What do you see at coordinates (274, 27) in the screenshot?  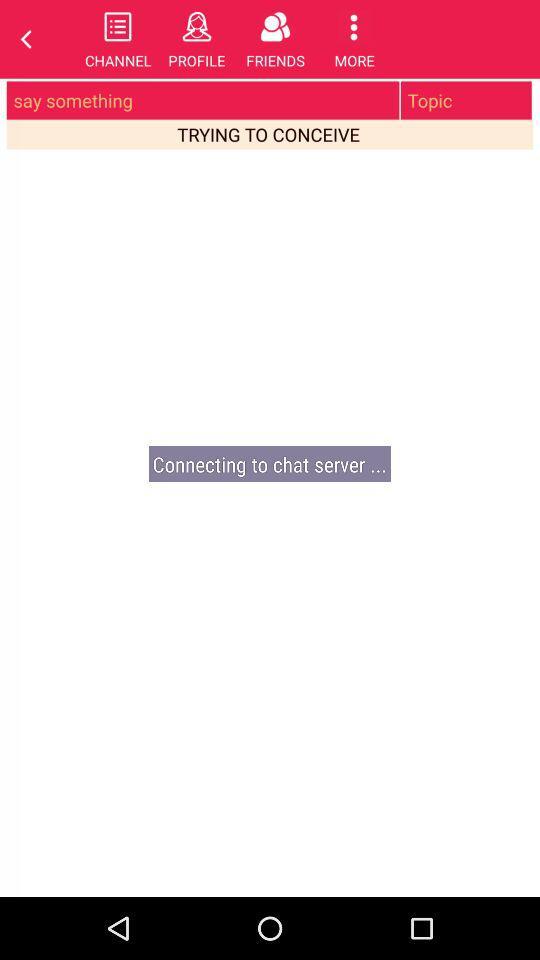 I see `the group icon` at bounding box center [274, 27].